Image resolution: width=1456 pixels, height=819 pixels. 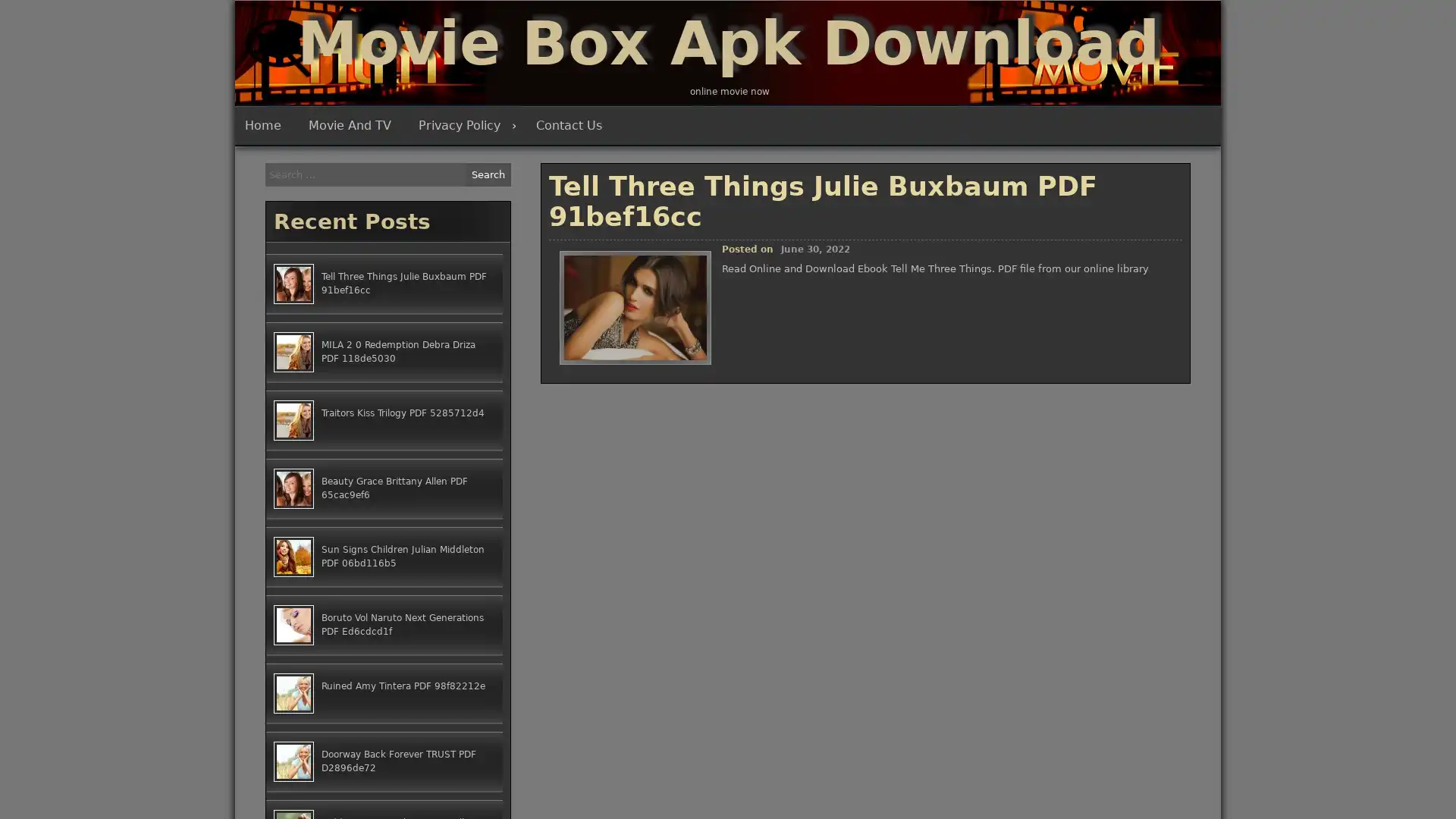 I want to click on Search, so click(x=488, y=174).